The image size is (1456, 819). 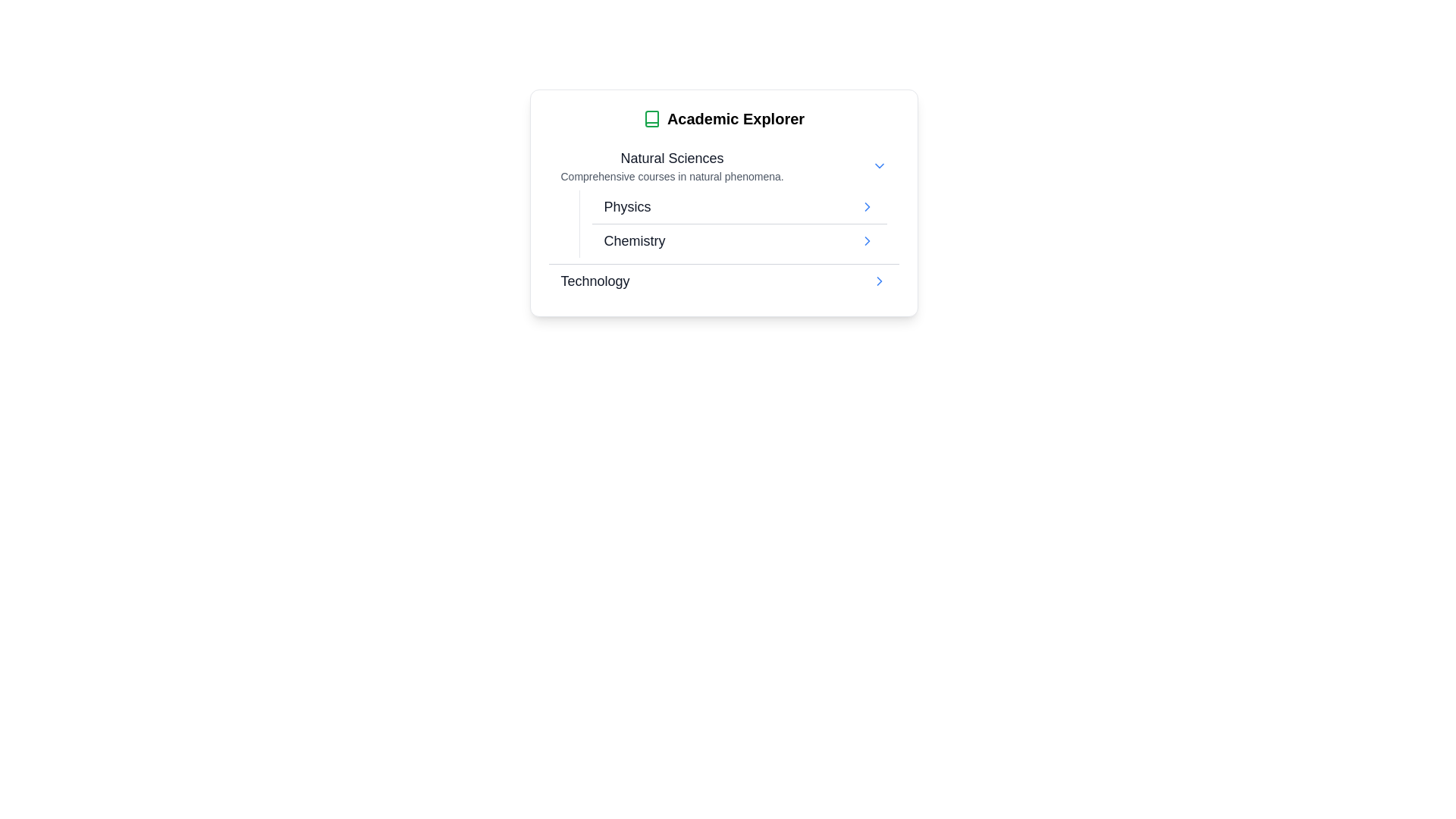 What do you see at coordinates (867, 207) in the screenshot?
I see `the right-facing chevron icon with a thin blue outline located near the text 'Physics'` at bounding box center [867, 207].